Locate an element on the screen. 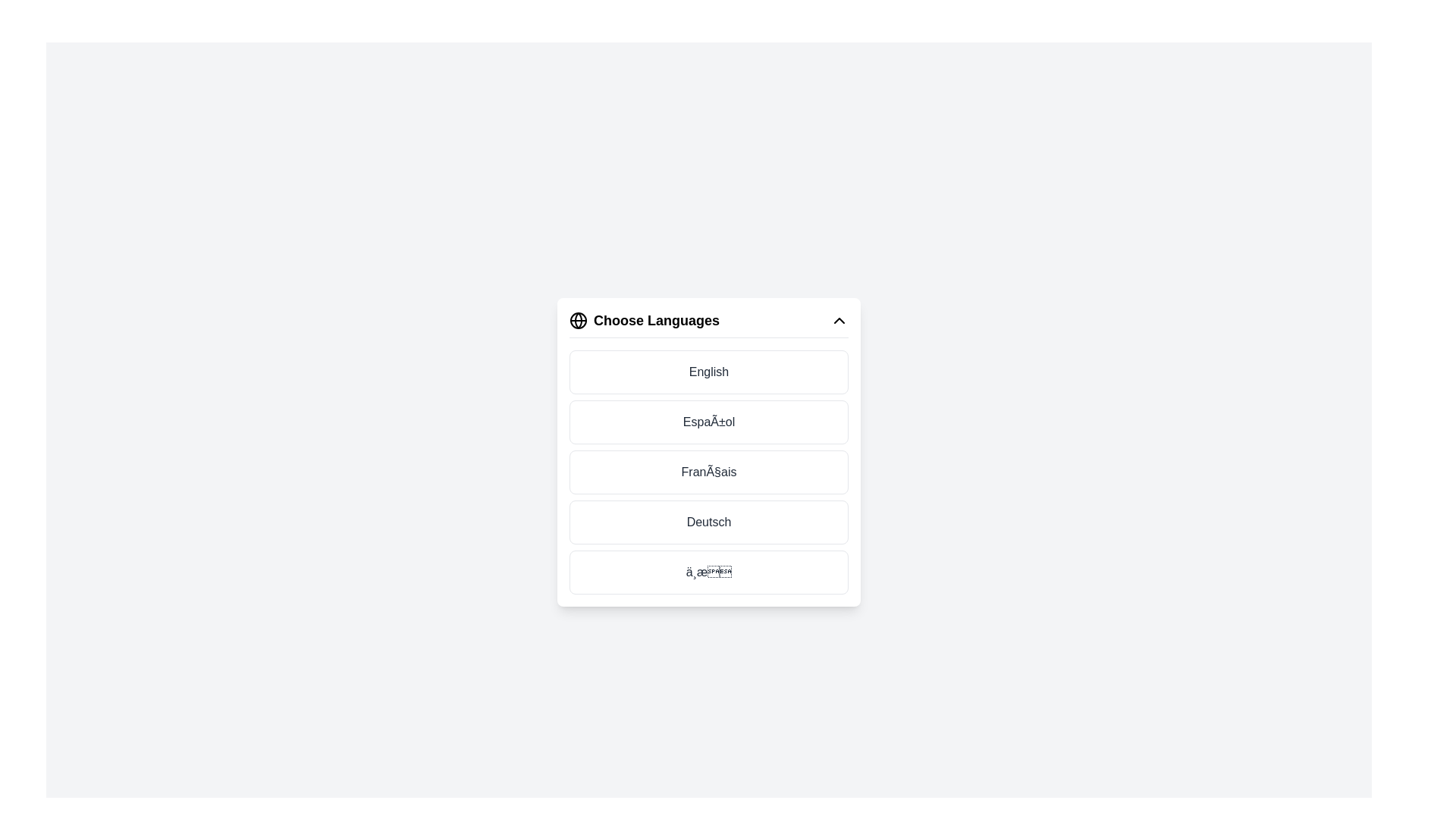 This screenshot has width=1456, height=819. the 'Choose Languages' text label that serves as a heading for the language selection dropdown is located at coordinates (644, 318).